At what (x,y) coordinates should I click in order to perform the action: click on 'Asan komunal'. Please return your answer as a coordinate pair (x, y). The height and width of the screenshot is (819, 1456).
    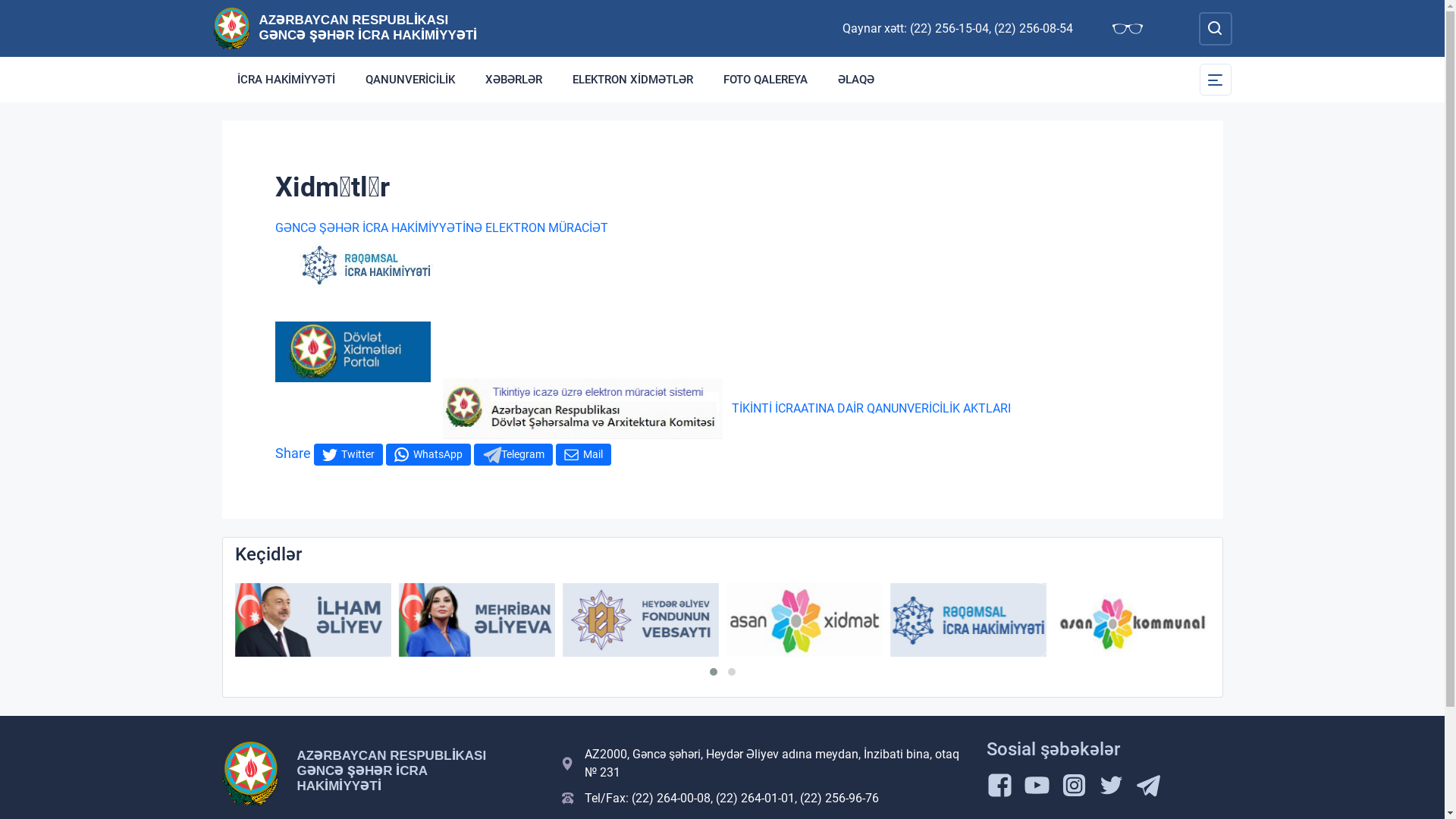
    Looking at the image, I should click on (1053, 620).